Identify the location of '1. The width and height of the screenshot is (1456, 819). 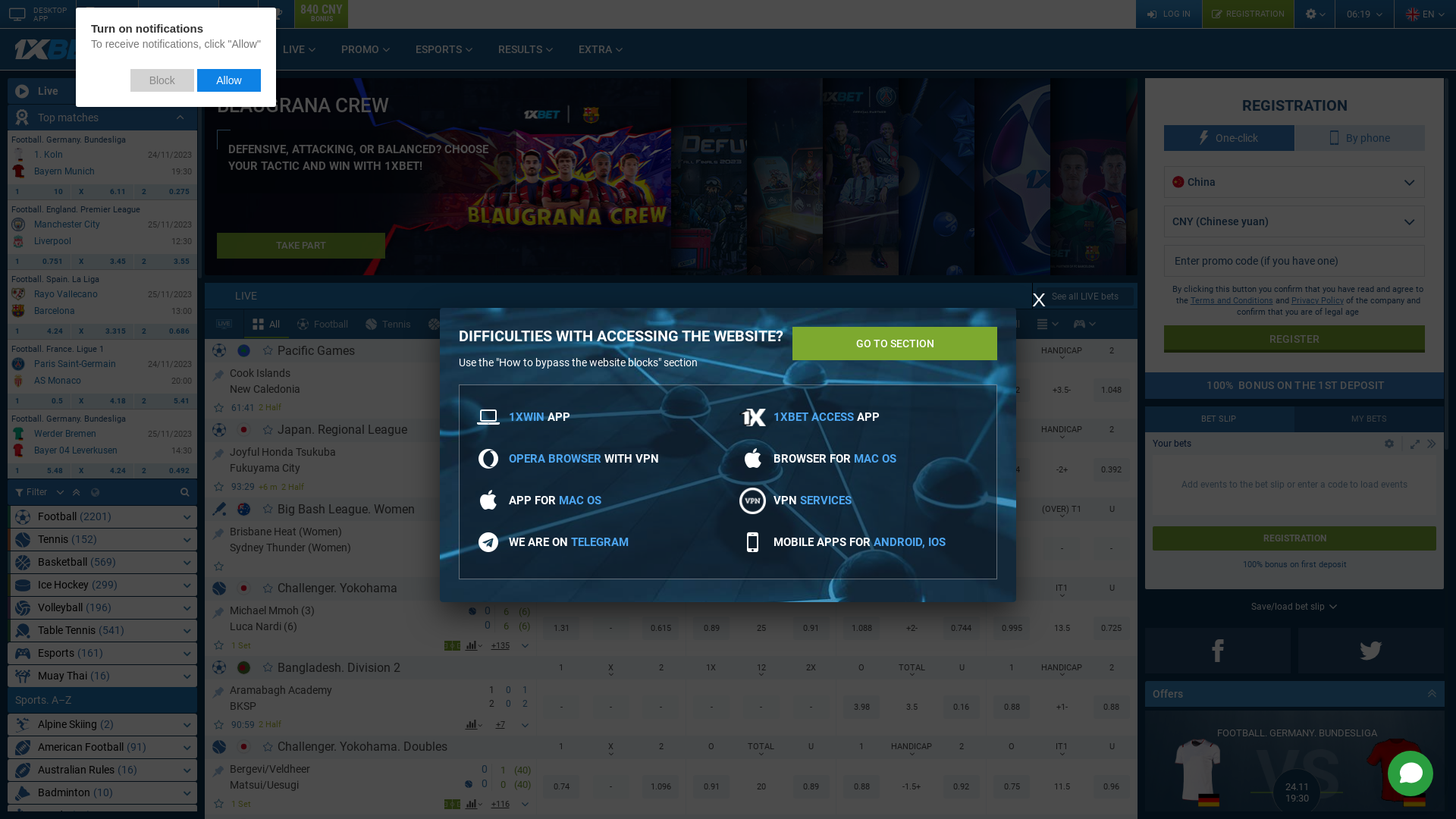
(39, 191).